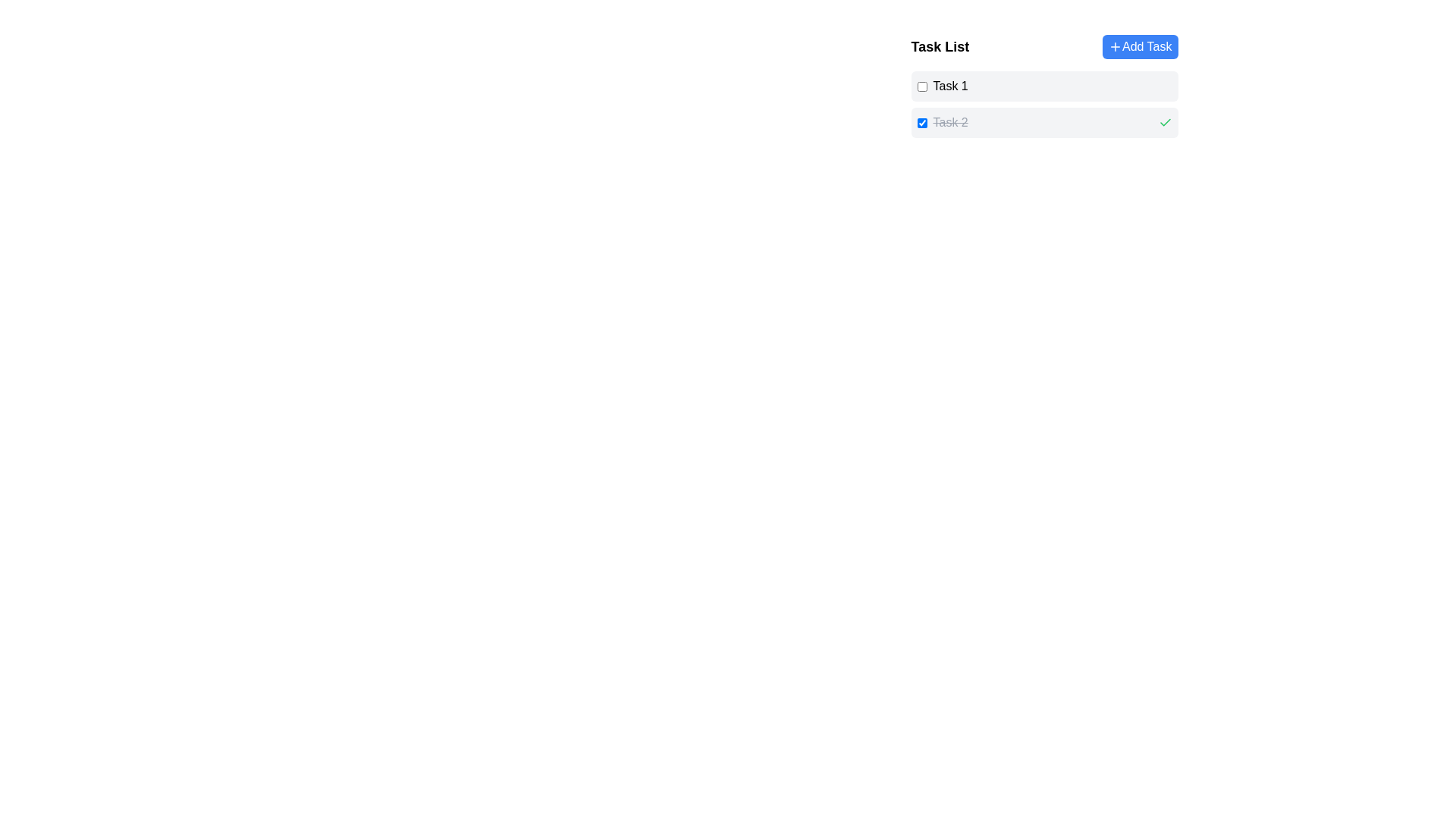  Describe the element at coordinates (949, 122) in the screenshot. I see `the text label representing a completed task name located below 'Task 1' and` at that location.